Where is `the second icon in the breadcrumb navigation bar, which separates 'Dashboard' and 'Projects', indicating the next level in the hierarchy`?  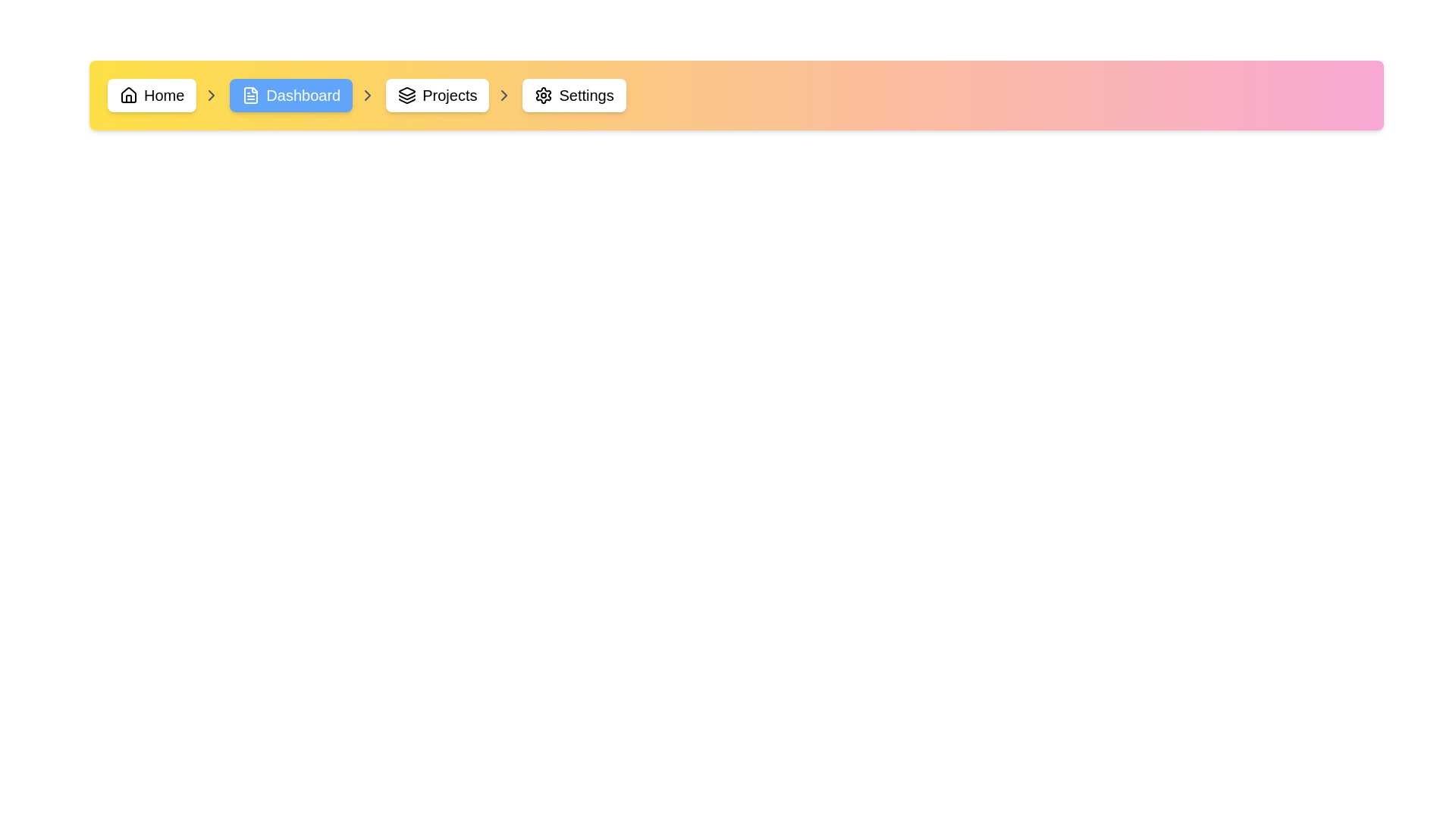 the second icon in the breadcrumb navigation bar, which separates 'Dashboard' and 'Projects', indicating the next level in the hierarchy is located at coordinates (368, 96).